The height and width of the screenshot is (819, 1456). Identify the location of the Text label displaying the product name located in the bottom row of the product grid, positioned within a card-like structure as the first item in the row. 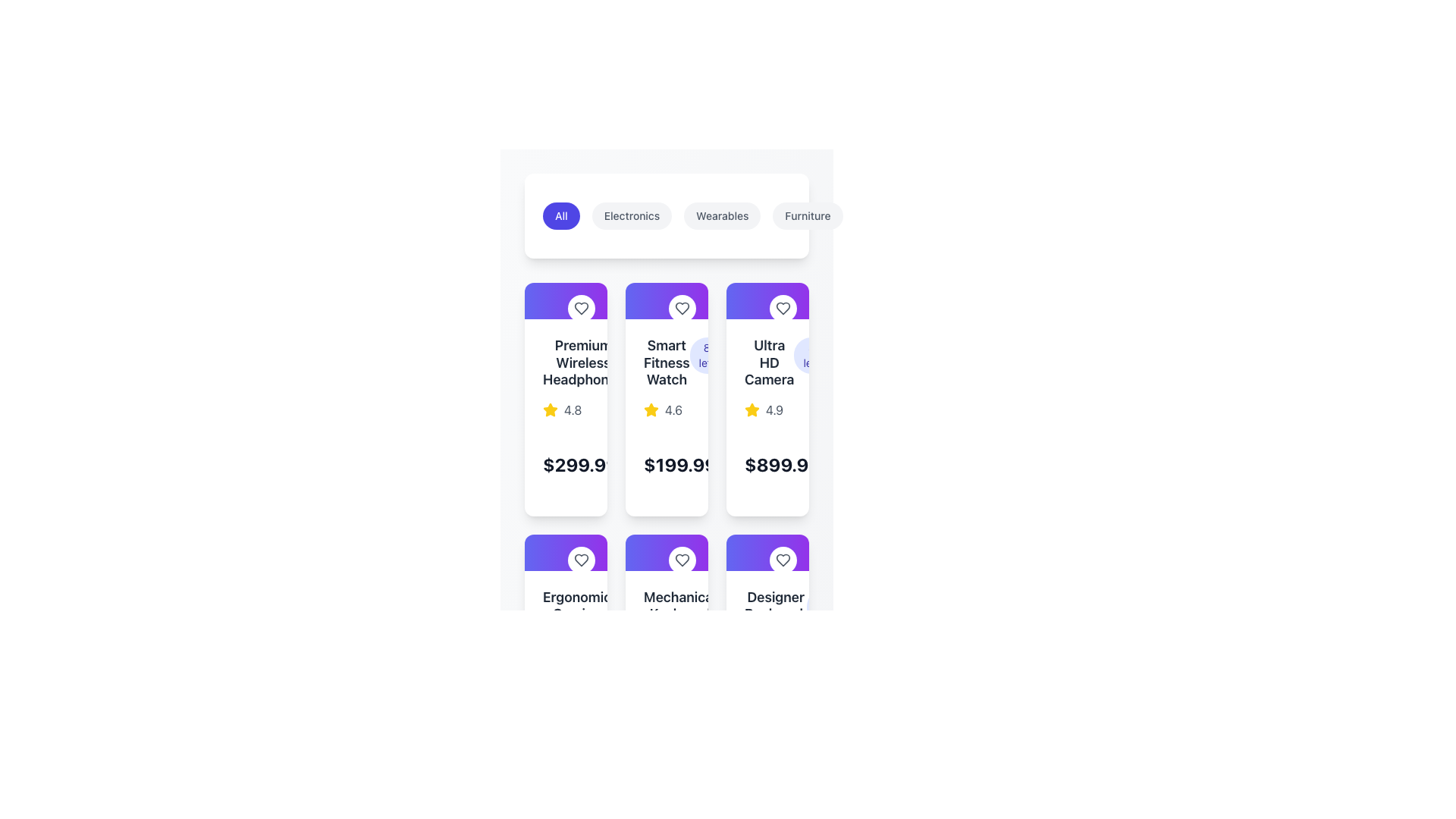
(576, 614).